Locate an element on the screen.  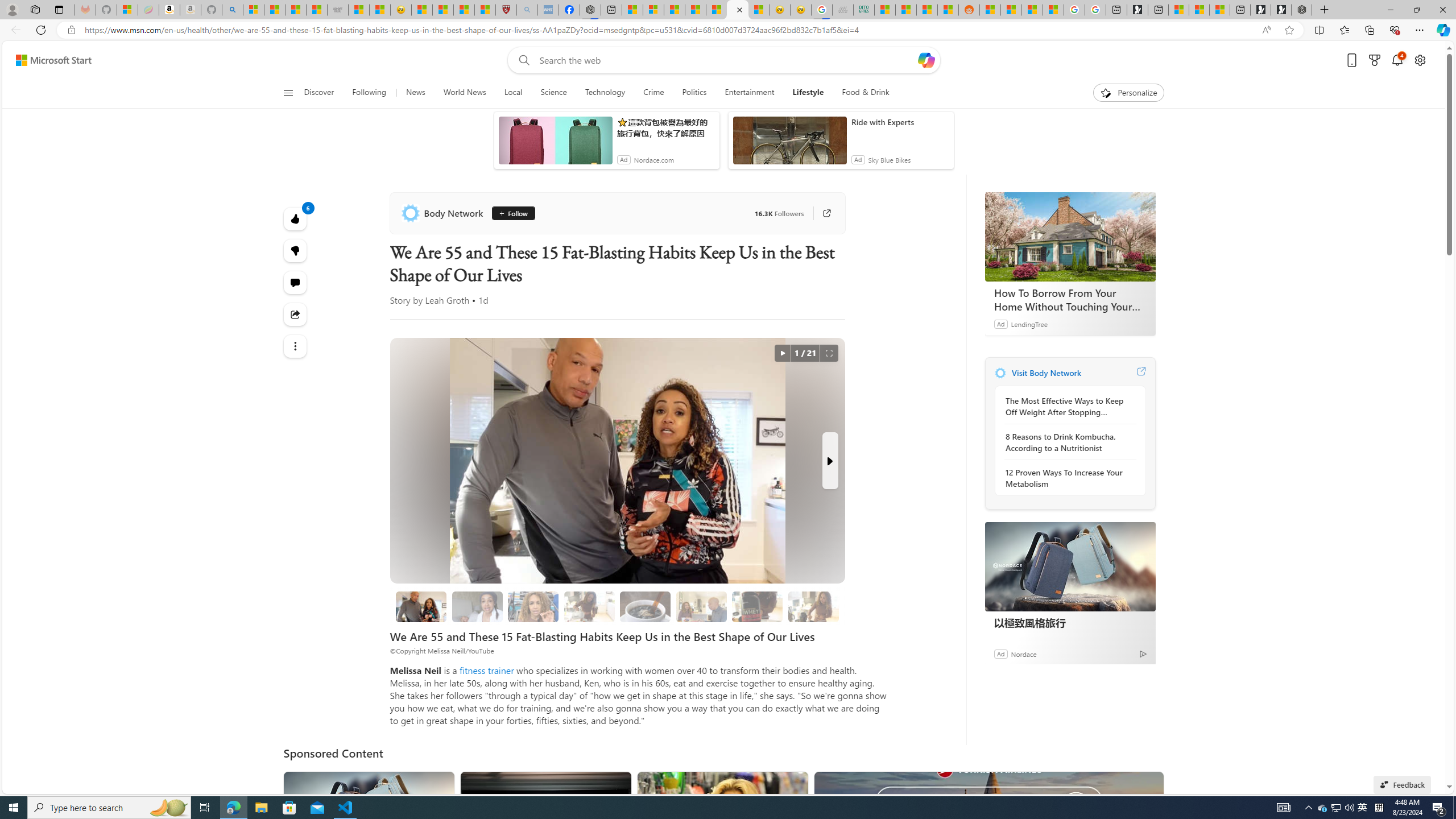
'Sky Blue Bikes' is located at coordinates (888, 159).